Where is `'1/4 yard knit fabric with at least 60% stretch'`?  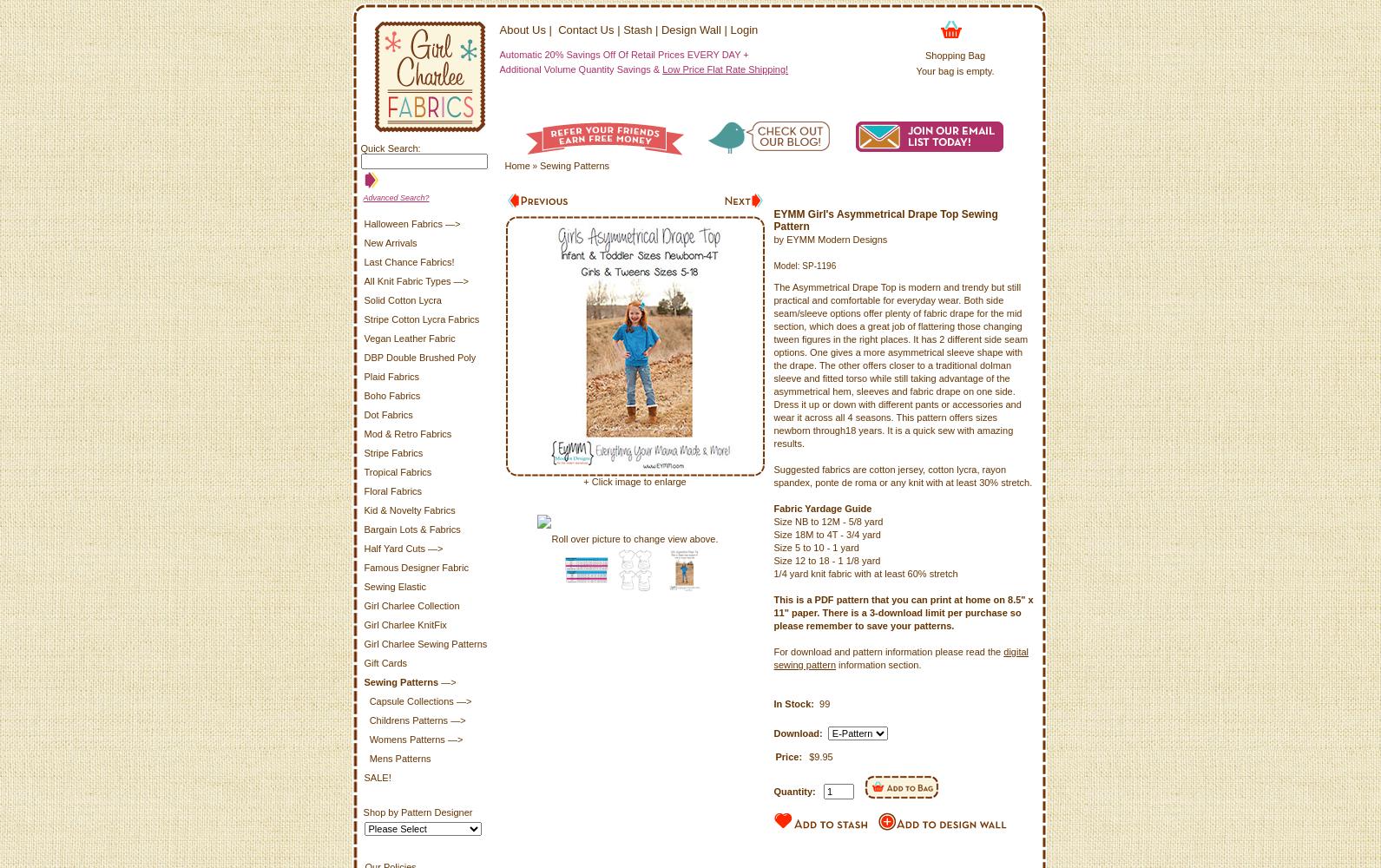
'1/4 yard knit fabric with at least 60% stretch' is located at coordinates (865, 574).